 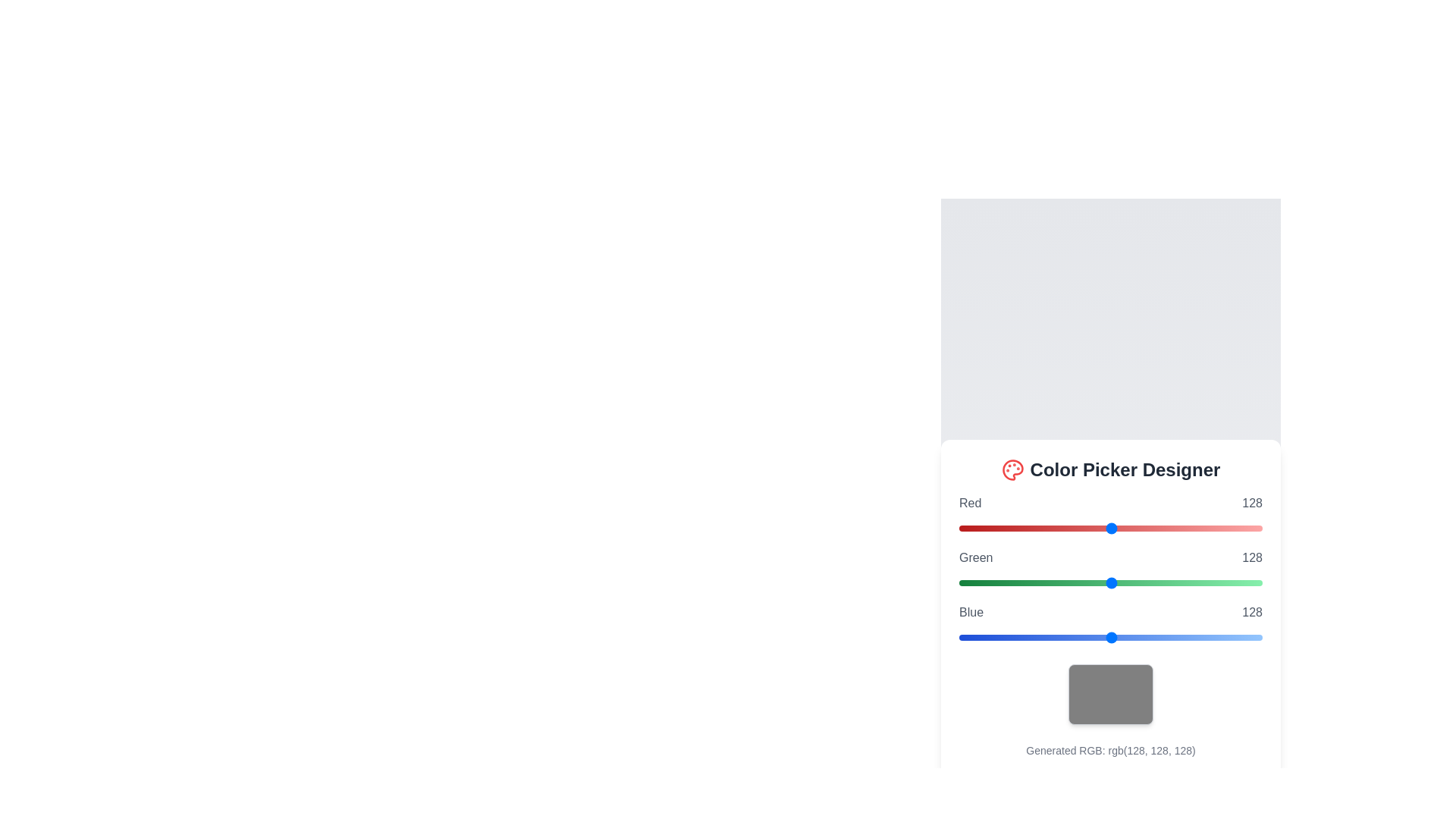 I want to click on the green slider to set its value to 6, so click(x=965, y=582).